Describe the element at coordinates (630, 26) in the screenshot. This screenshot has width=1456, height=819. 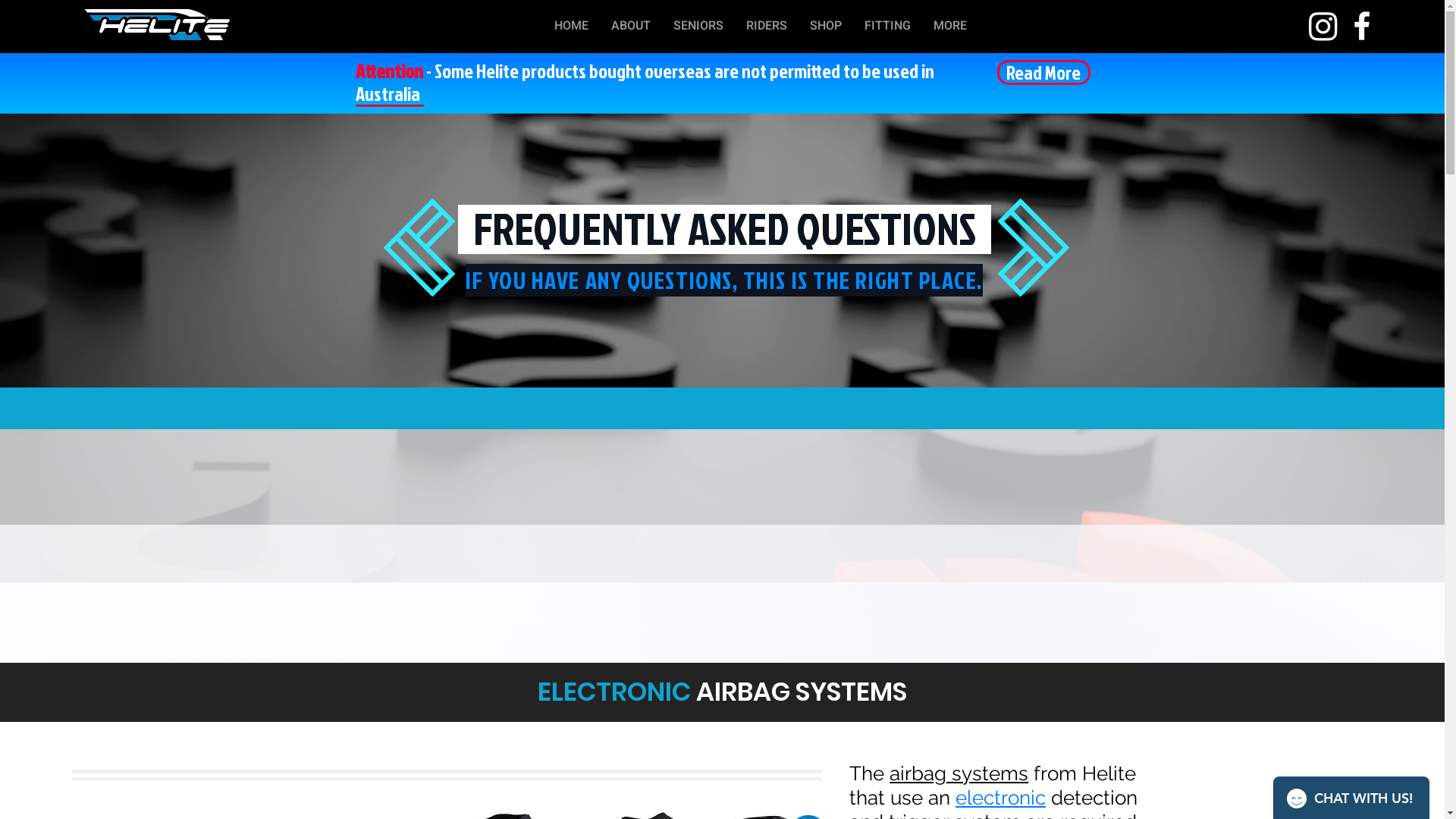
I see `'ABOUT'` at that location.